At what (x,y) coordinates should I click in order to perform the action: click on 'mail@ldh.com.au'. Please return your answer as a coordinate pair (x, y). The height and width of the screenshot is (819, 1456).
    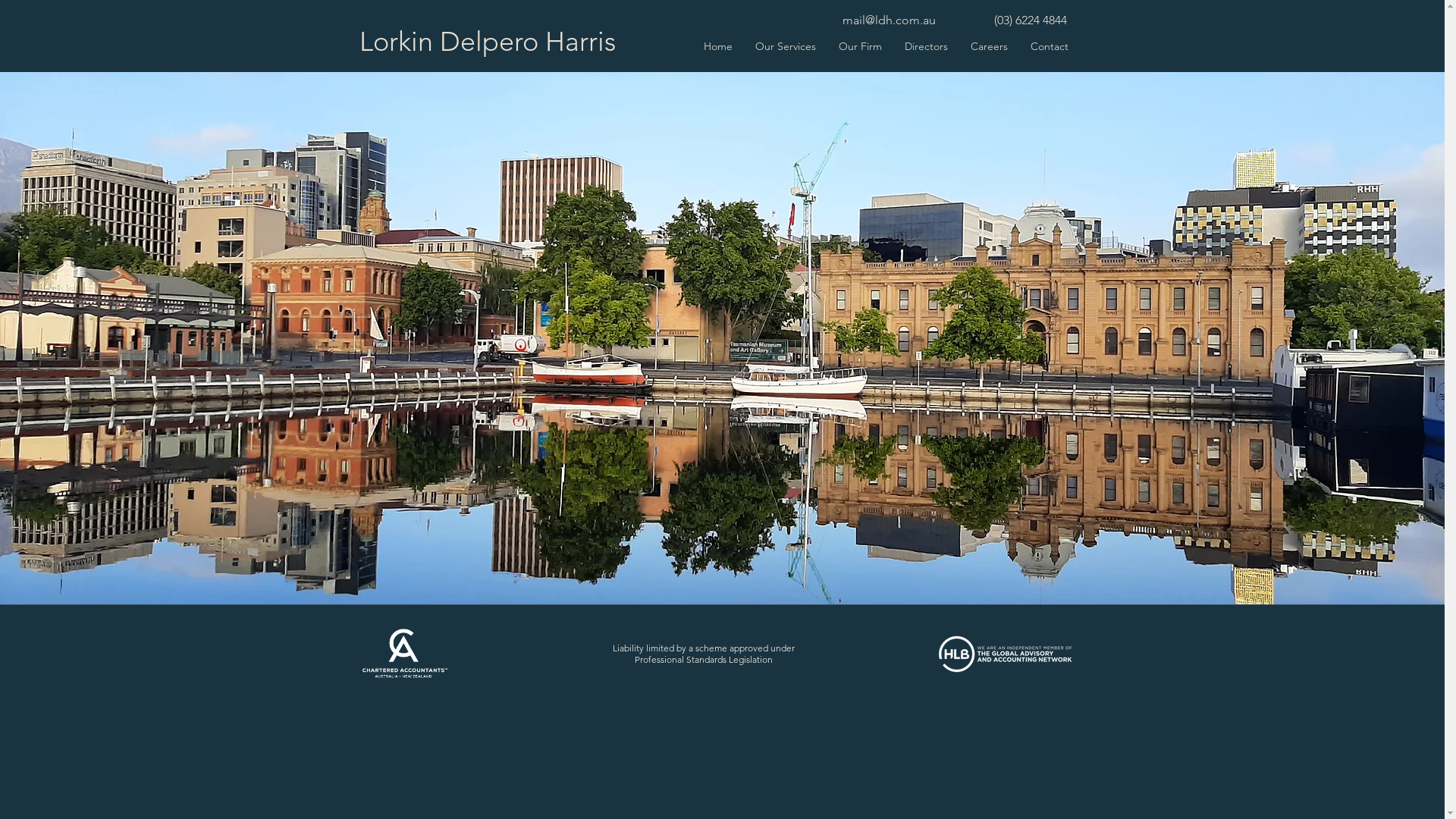
    Looking at the image, I should click on (888, 20).